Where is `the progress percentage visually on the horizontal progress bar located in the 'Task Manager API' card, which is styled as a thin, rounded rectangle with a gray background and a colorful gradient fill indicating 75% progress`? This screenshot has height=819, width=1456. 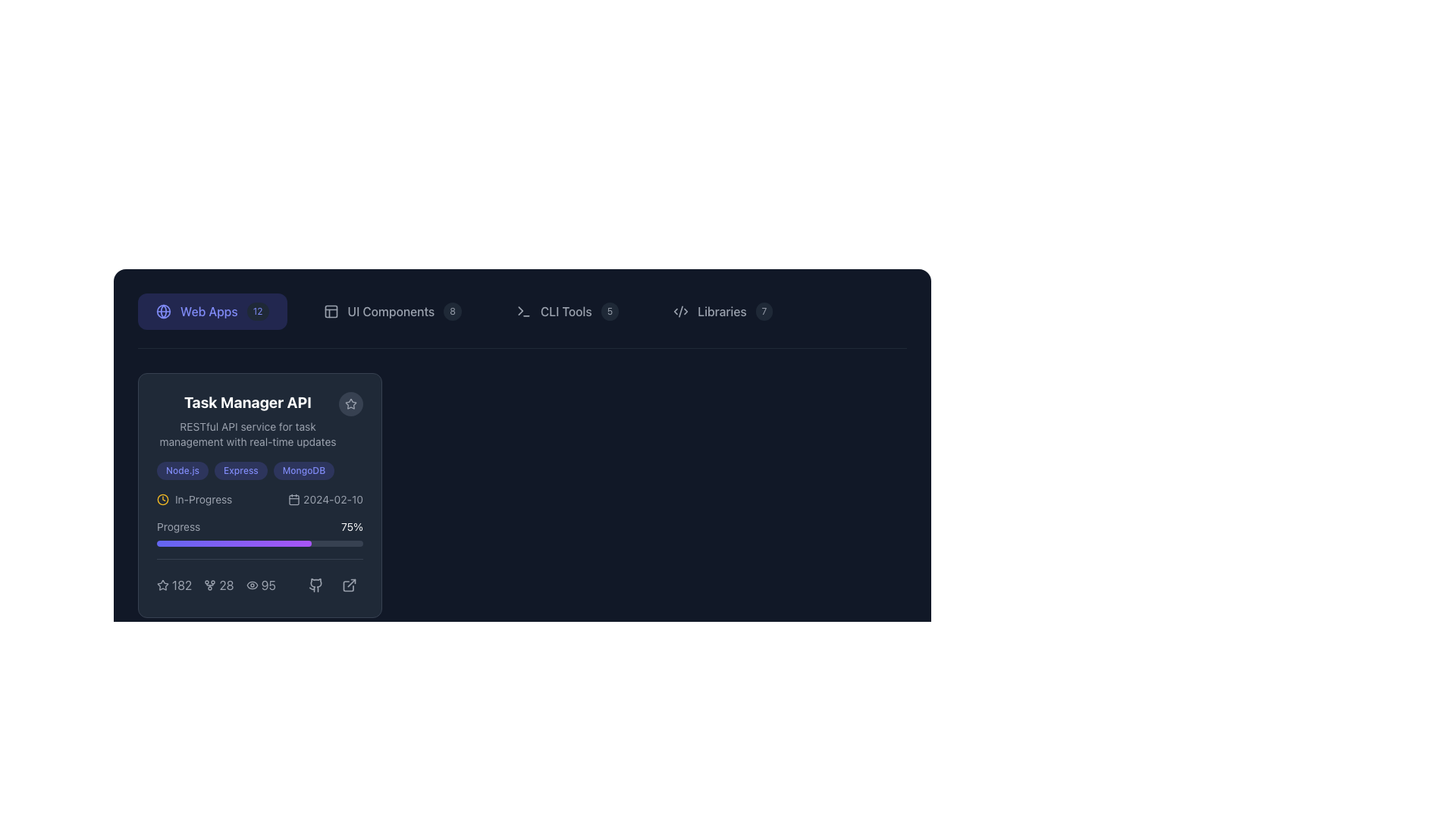 the progress percentage visually on the horizontal progress bar located in the 'Task Manager API' card, which is styled as a thin, rounded rectangle with a gray background and a colorful gradient fill indicating 75% progress is located at coordinates (259, 543).